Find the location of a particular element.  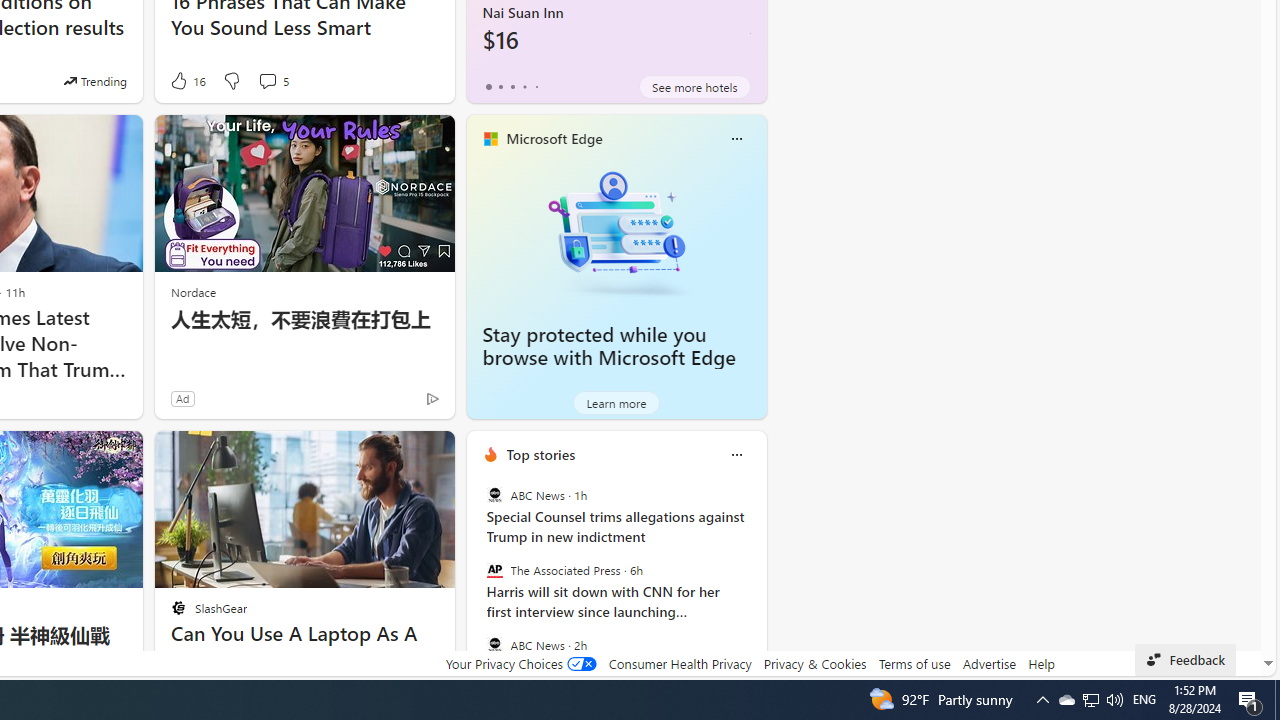

'The Associated Press' is located at coordinates (494, 570).